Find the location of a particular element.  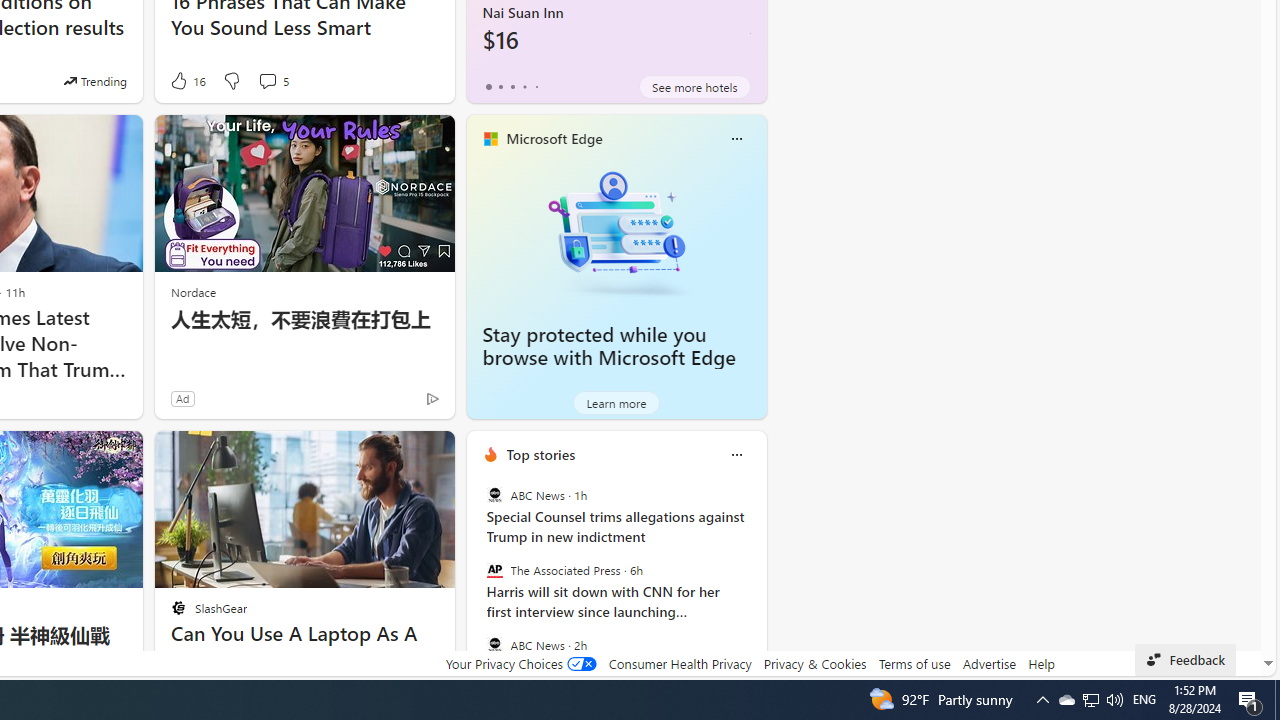

'The Associated Press' is located at coordinates (494, 570).